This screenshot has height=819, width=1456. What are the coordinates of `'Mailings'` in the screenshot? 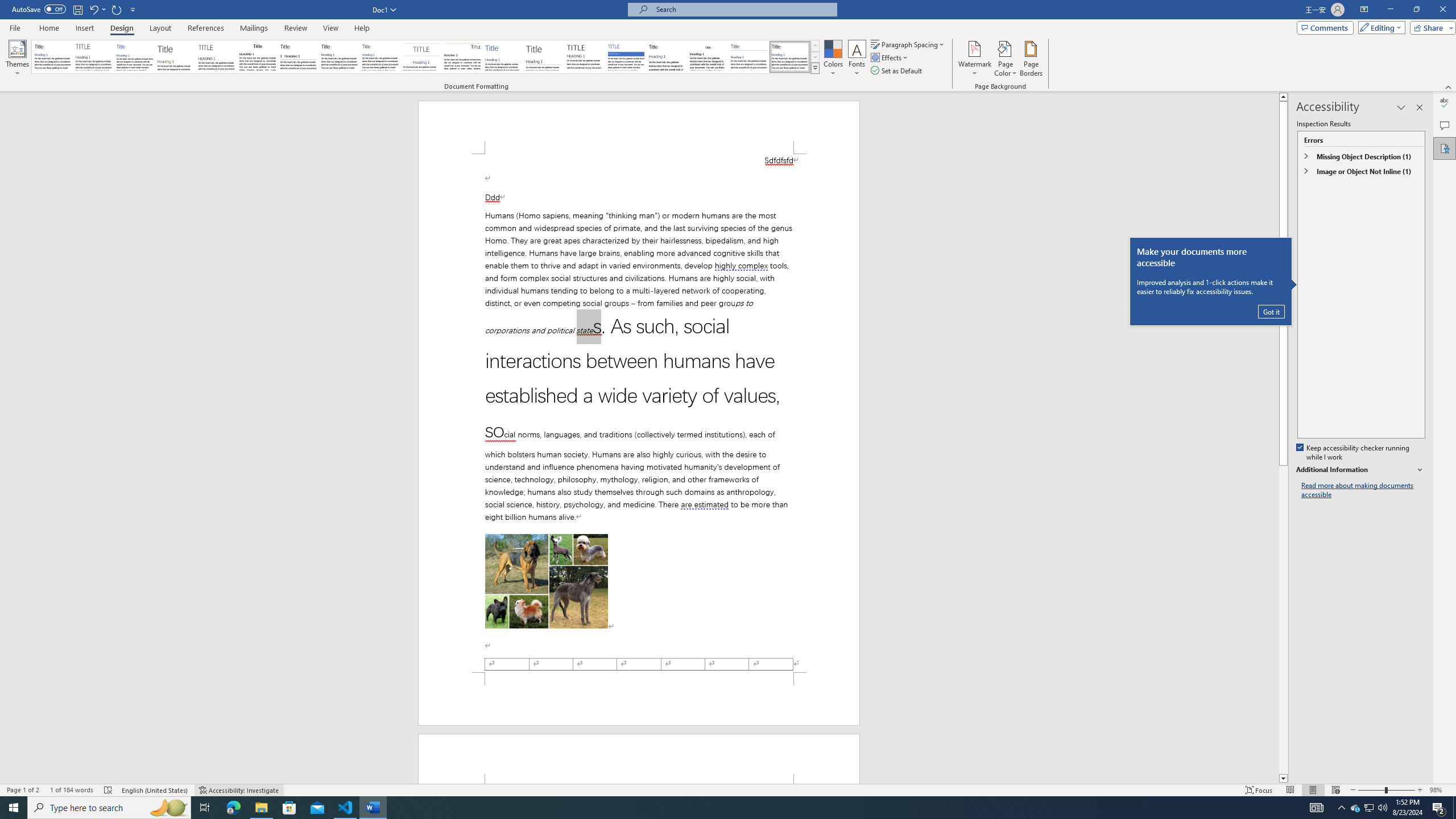 It's located at (253, 28).